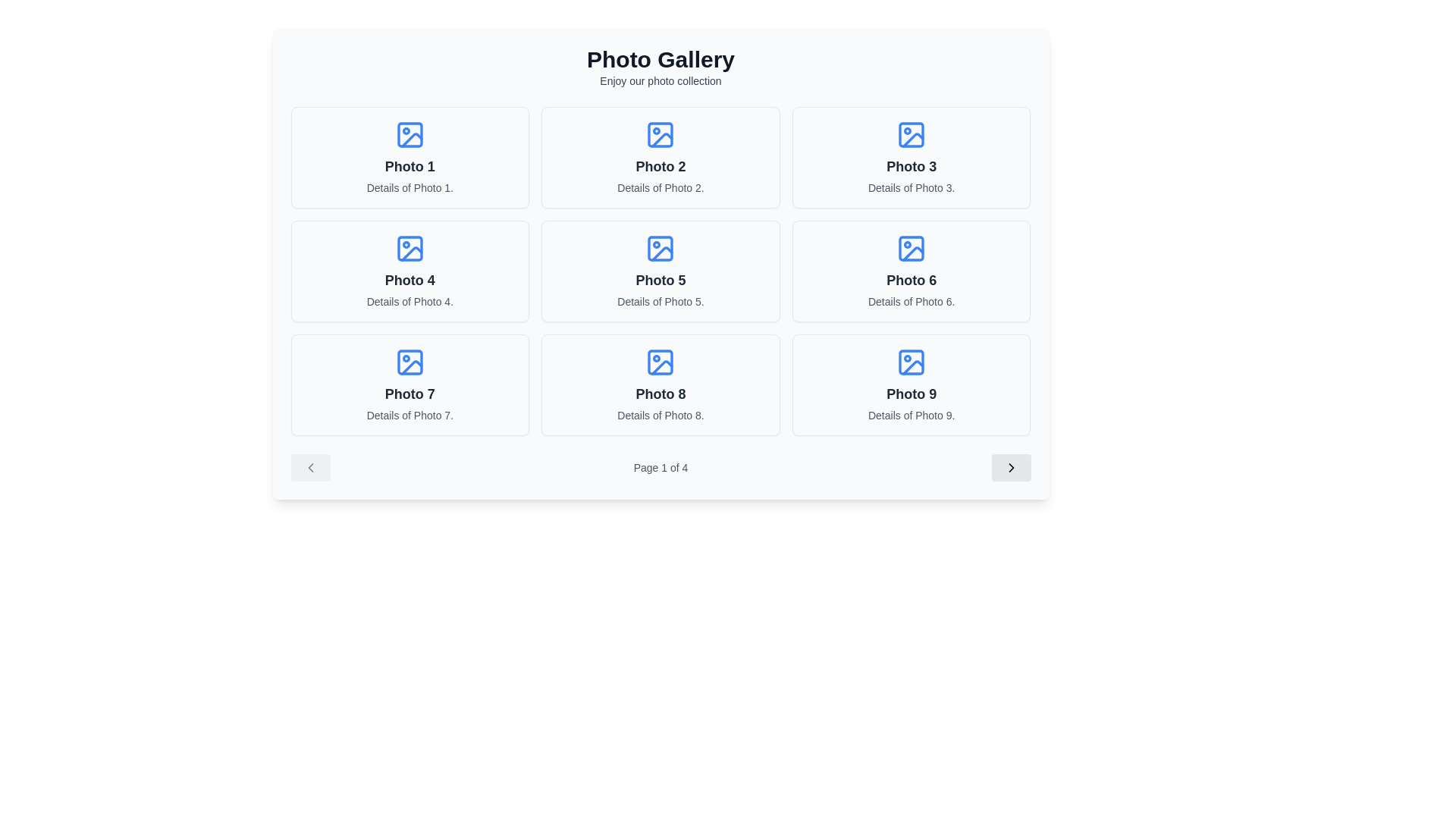  Describe the element at coordinates (661, 247) in the screenshot. I see `the blue image icon located at the top of the card labeled 'Photo 5' in the second row and second column of the grid` at that location.